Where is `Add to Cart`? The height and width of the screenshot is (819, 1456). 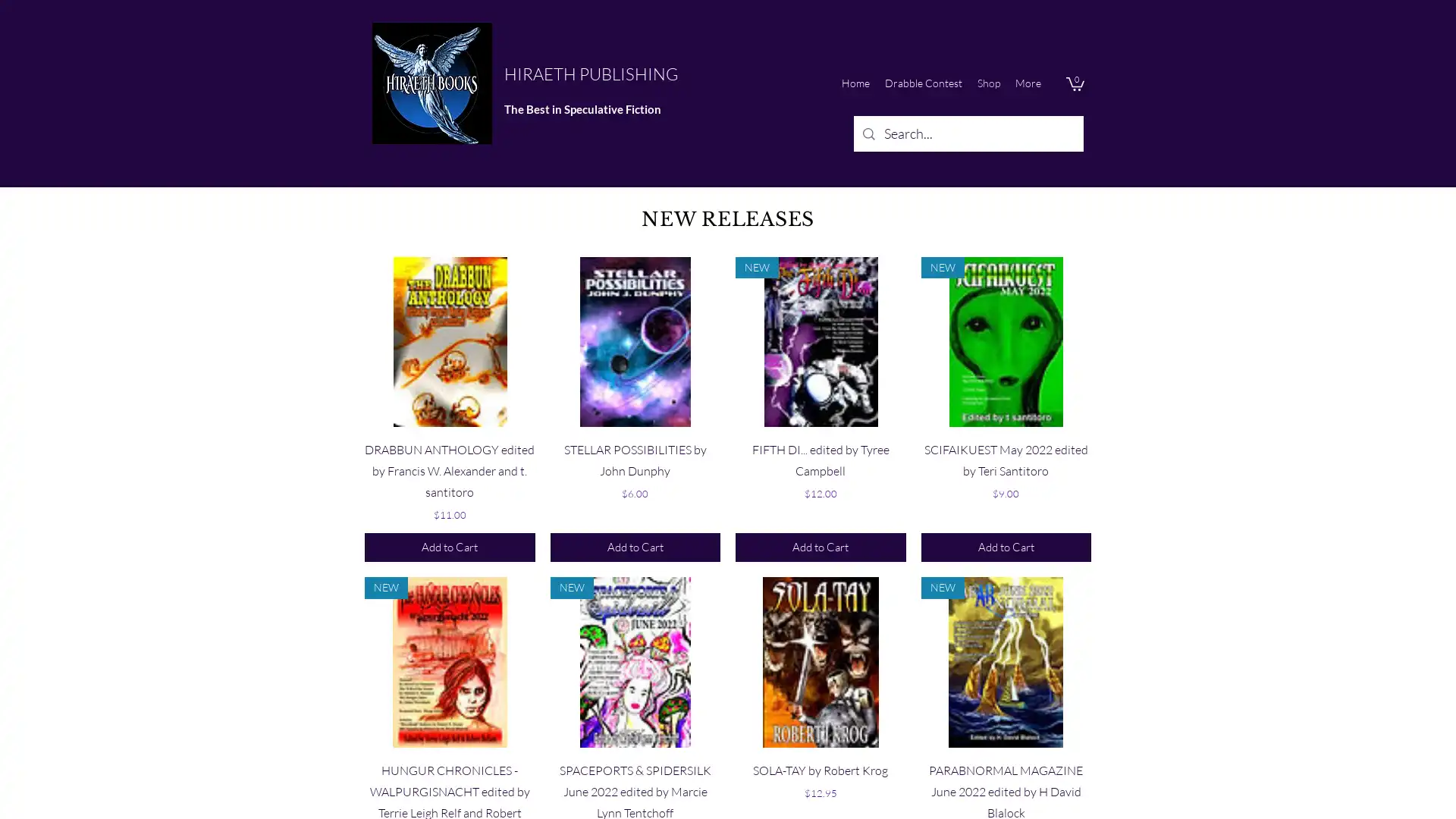
Add to Cart is located at coordinates (819, 547).